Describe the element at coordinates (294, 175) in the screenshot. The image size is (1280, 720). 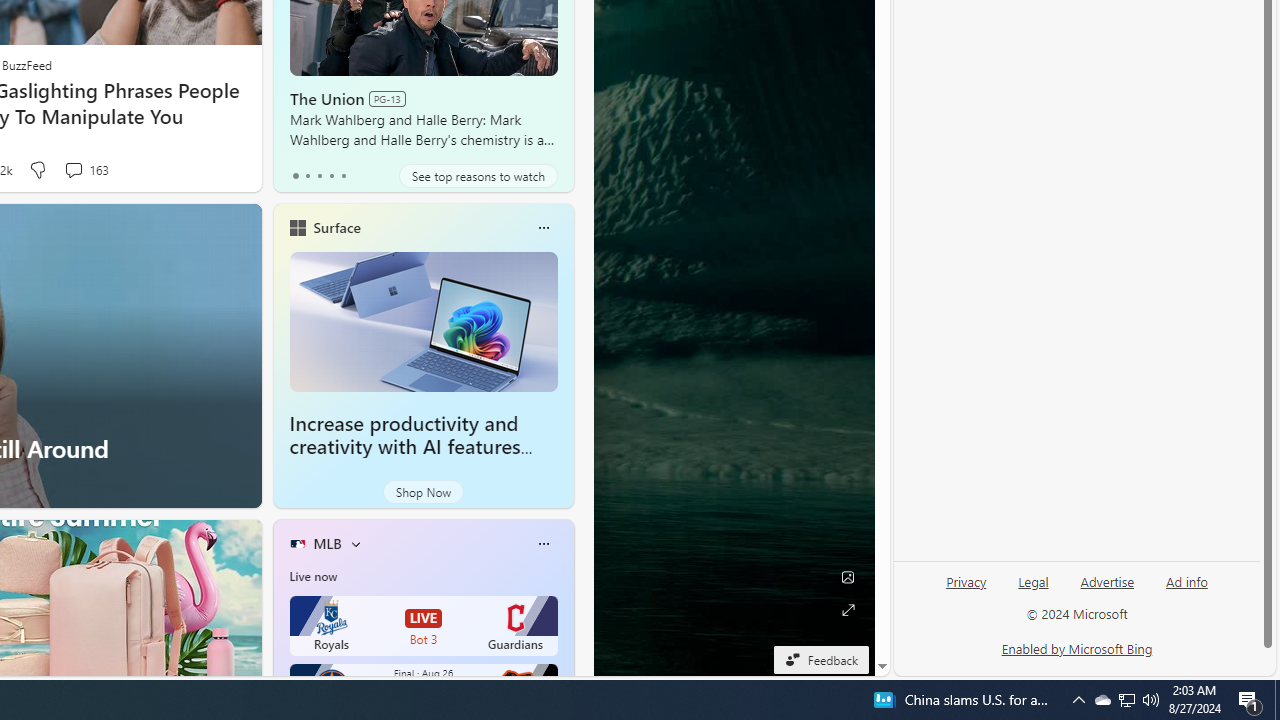
I see `'tab-0'` at that location.